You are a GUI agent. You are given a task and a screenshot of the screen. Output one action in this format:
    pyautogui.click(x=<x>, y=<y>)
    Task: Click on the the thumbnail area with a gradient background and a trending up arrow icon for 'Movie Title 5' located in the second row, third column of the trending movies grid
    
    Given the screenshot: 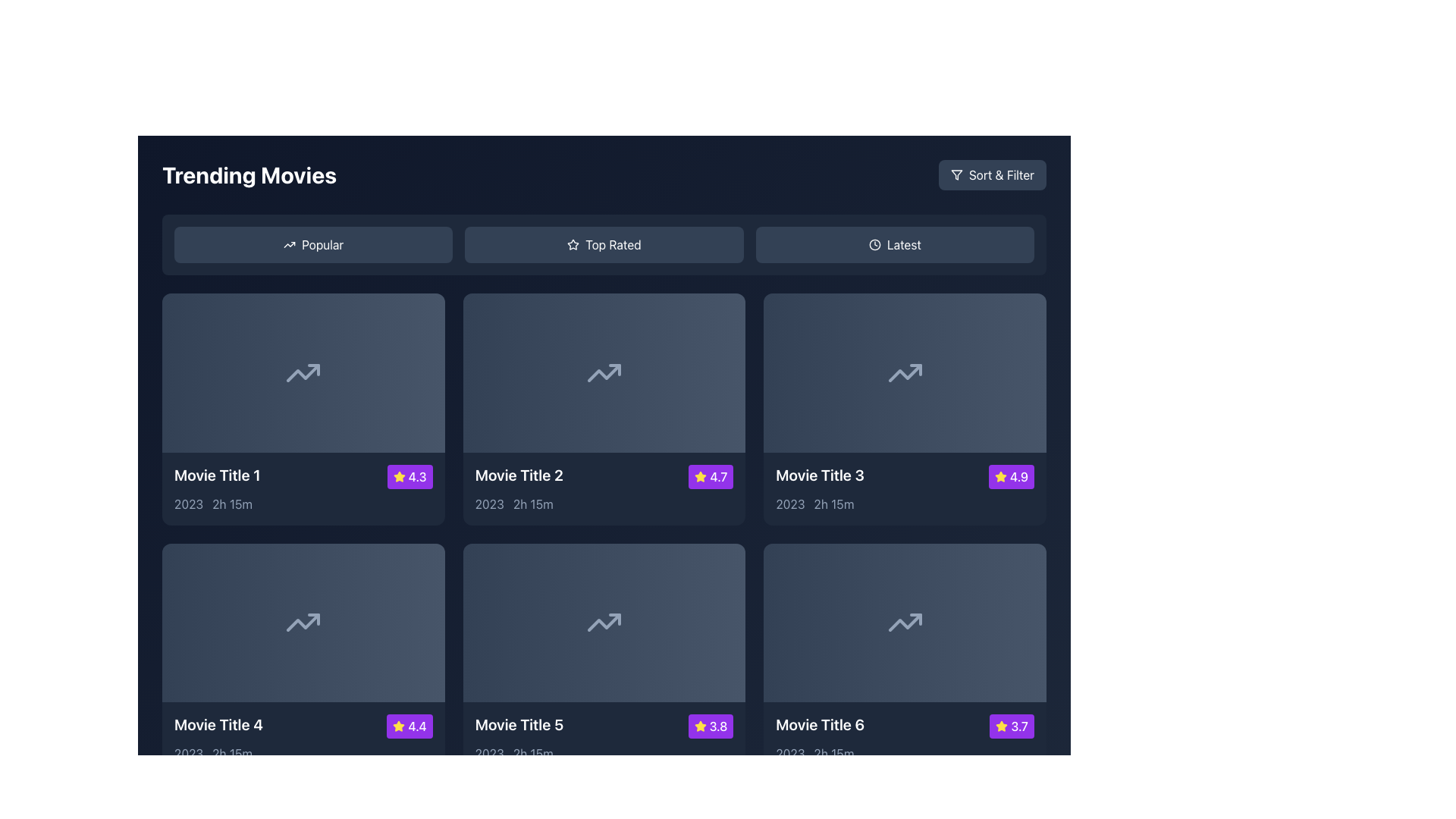 What is the action you would take?
    pyautogui.click(x=603, y=623)
    